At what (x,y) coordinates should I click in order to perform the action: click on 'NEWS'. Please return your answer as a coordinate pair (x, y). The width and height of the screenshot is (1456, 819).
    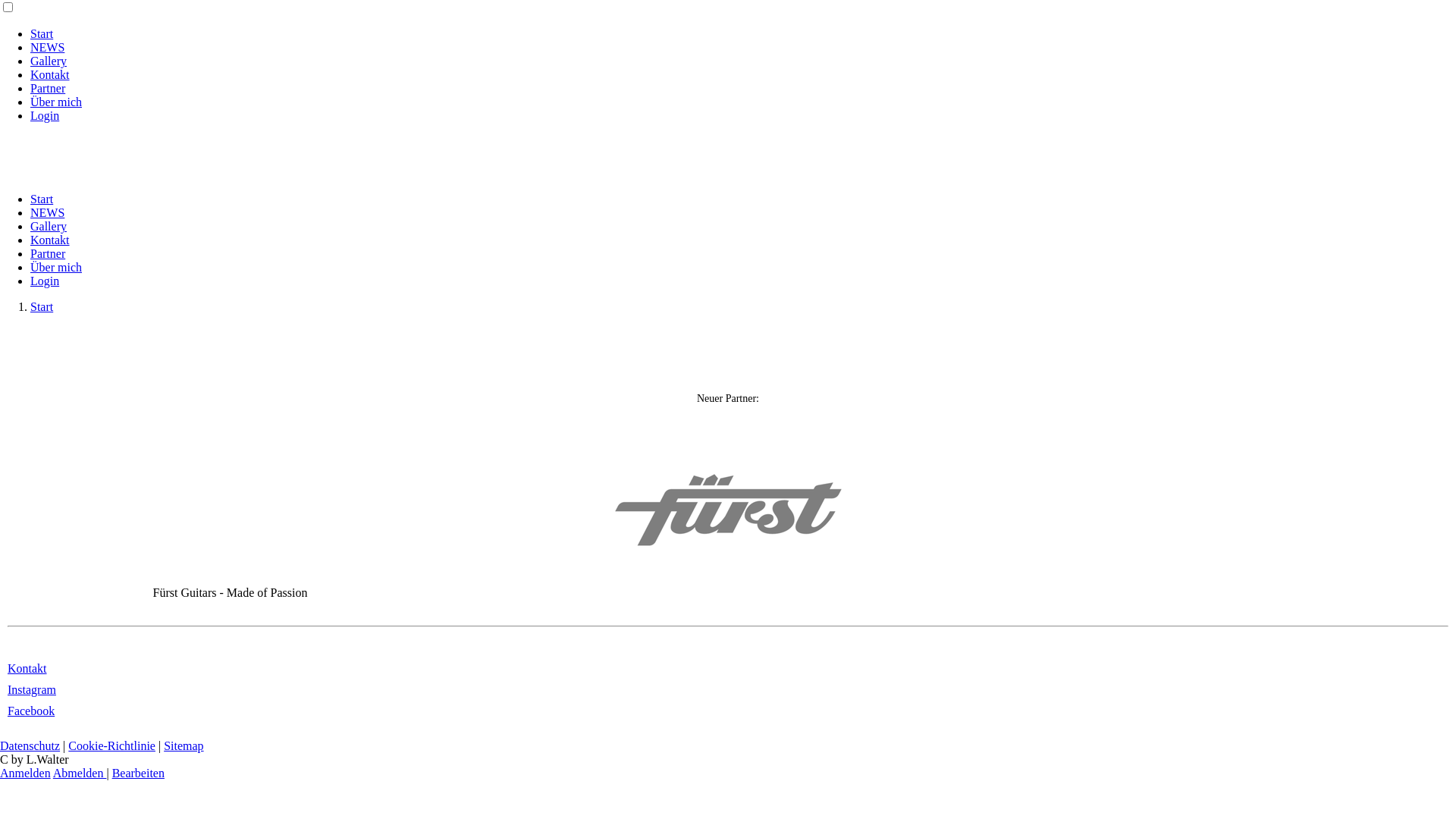
    Looking at the image, I should click on (30, 46).